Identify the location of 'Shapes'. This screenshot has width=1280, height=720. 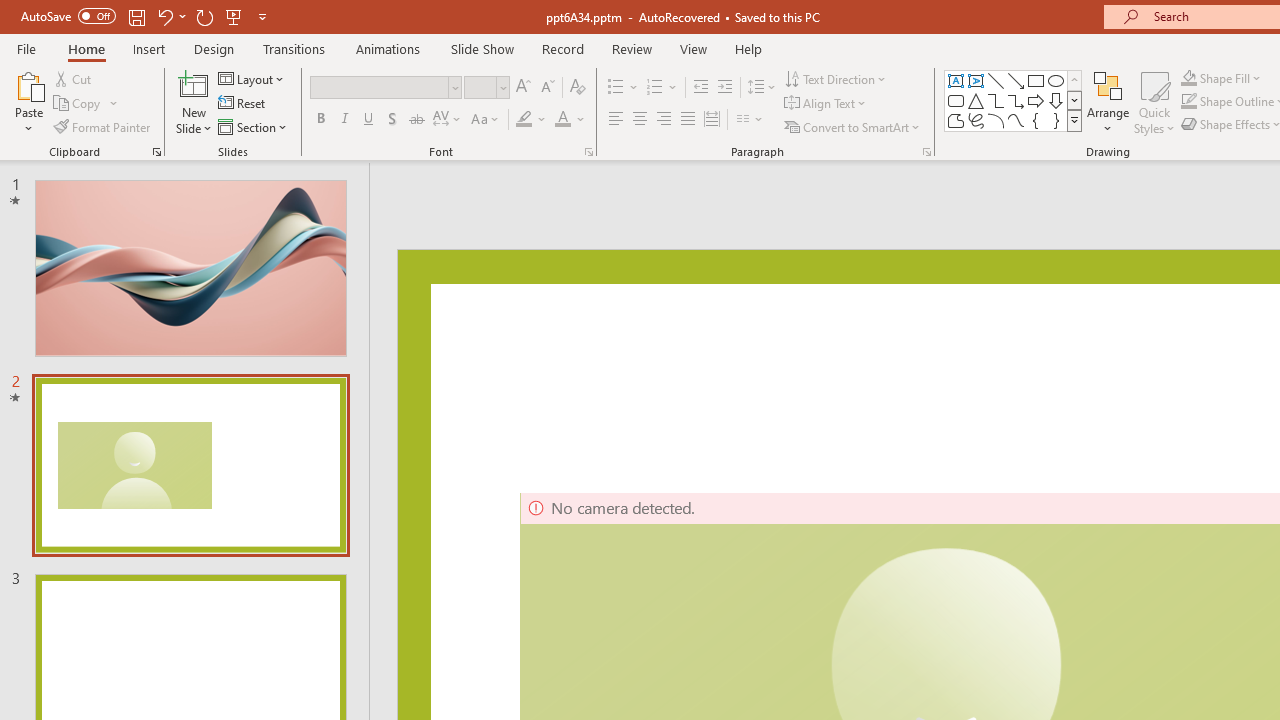
(1073, 120).